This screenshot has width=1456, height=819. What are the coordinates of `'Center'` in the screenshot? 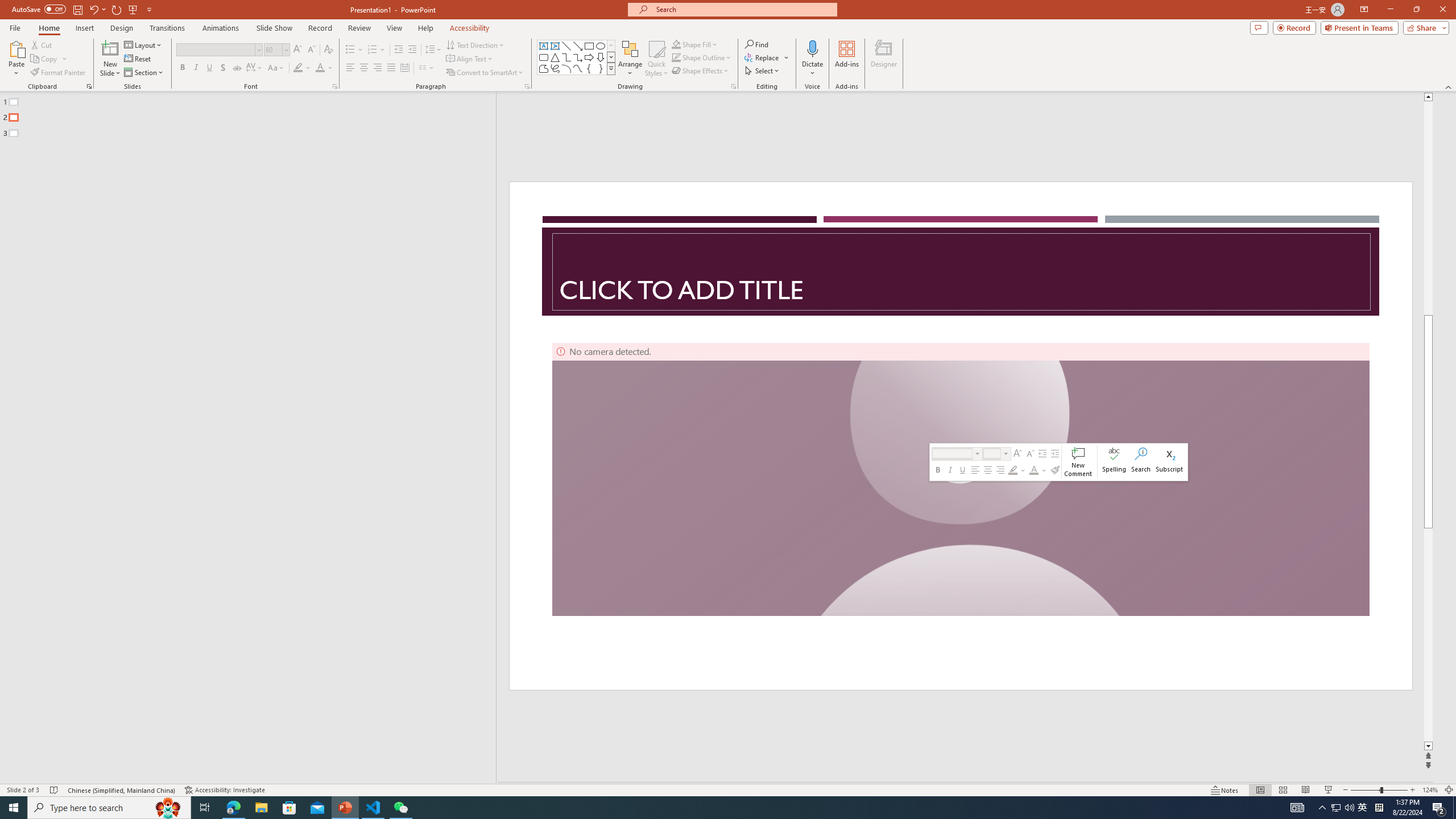 It's located at (364, 67).